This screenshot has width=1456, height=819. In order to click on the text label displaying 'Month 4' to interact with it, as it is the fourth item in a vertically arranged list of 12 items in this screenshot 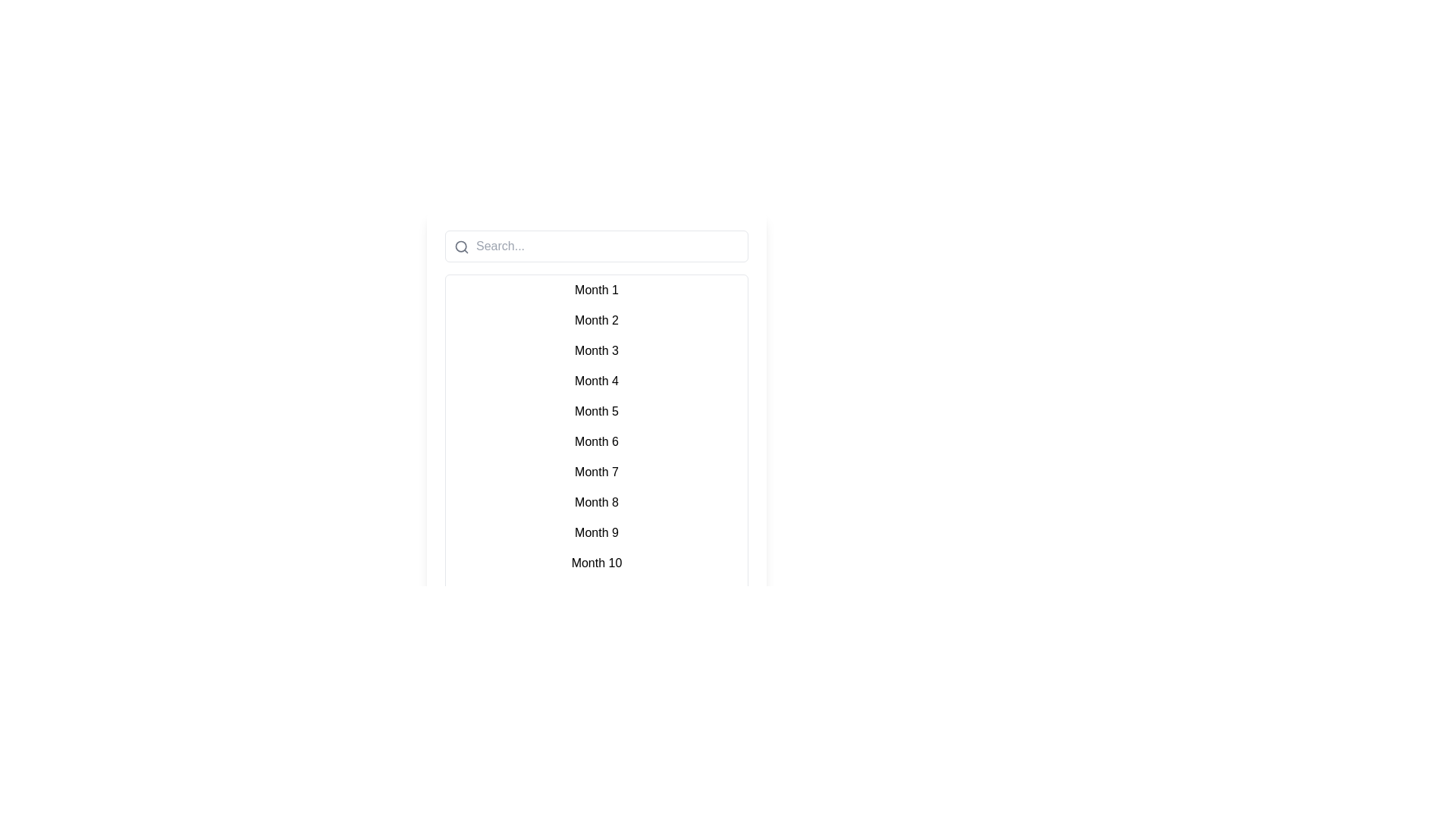, I will do `click(596, 380)`.